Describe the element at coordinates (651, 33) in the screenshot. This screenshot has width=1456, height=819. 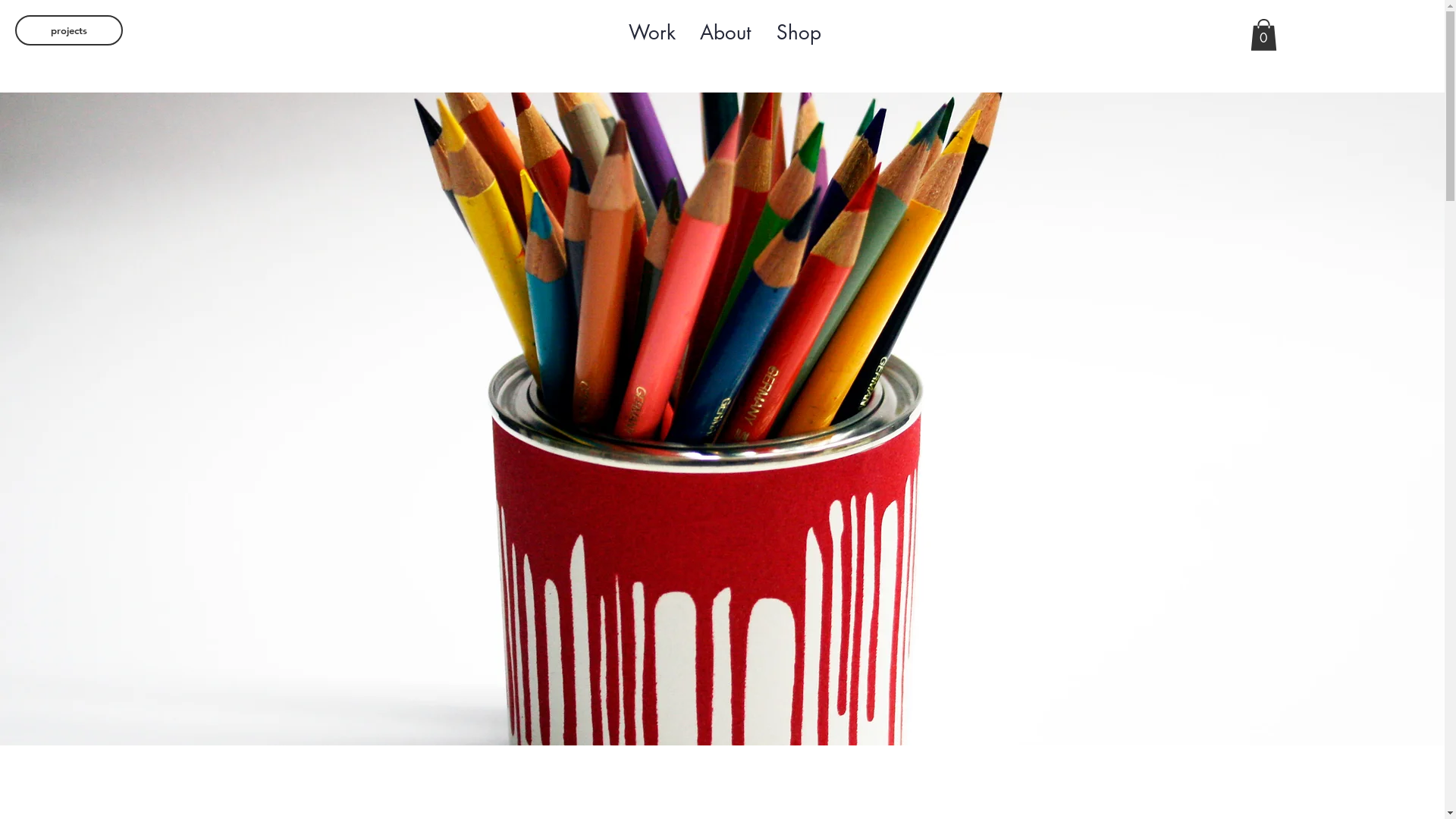
I see `'Work'` at that location.